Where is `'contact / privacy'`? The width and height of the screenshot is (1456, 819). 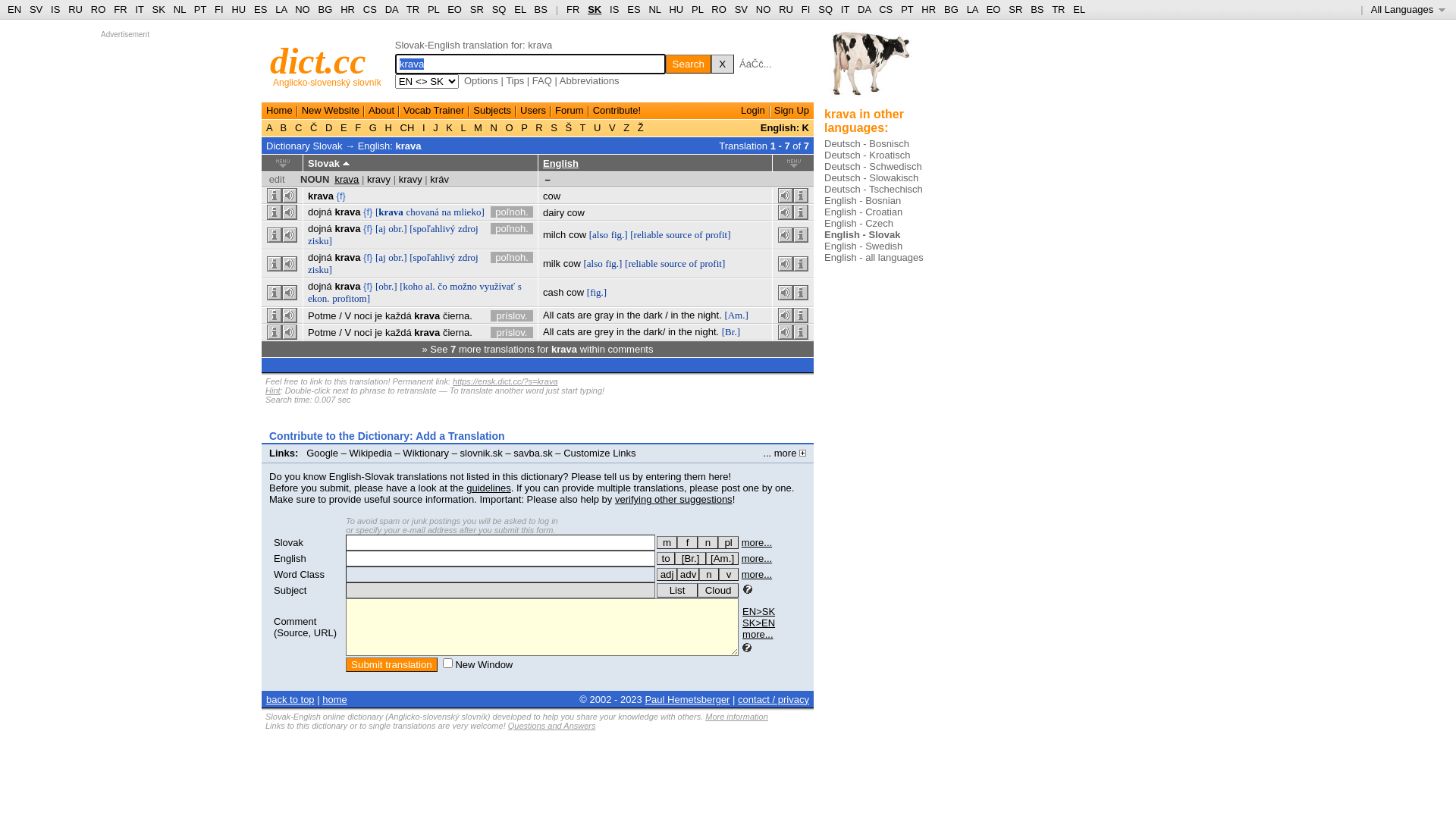 'contact / privacy' is located at coordinates (773, 699).